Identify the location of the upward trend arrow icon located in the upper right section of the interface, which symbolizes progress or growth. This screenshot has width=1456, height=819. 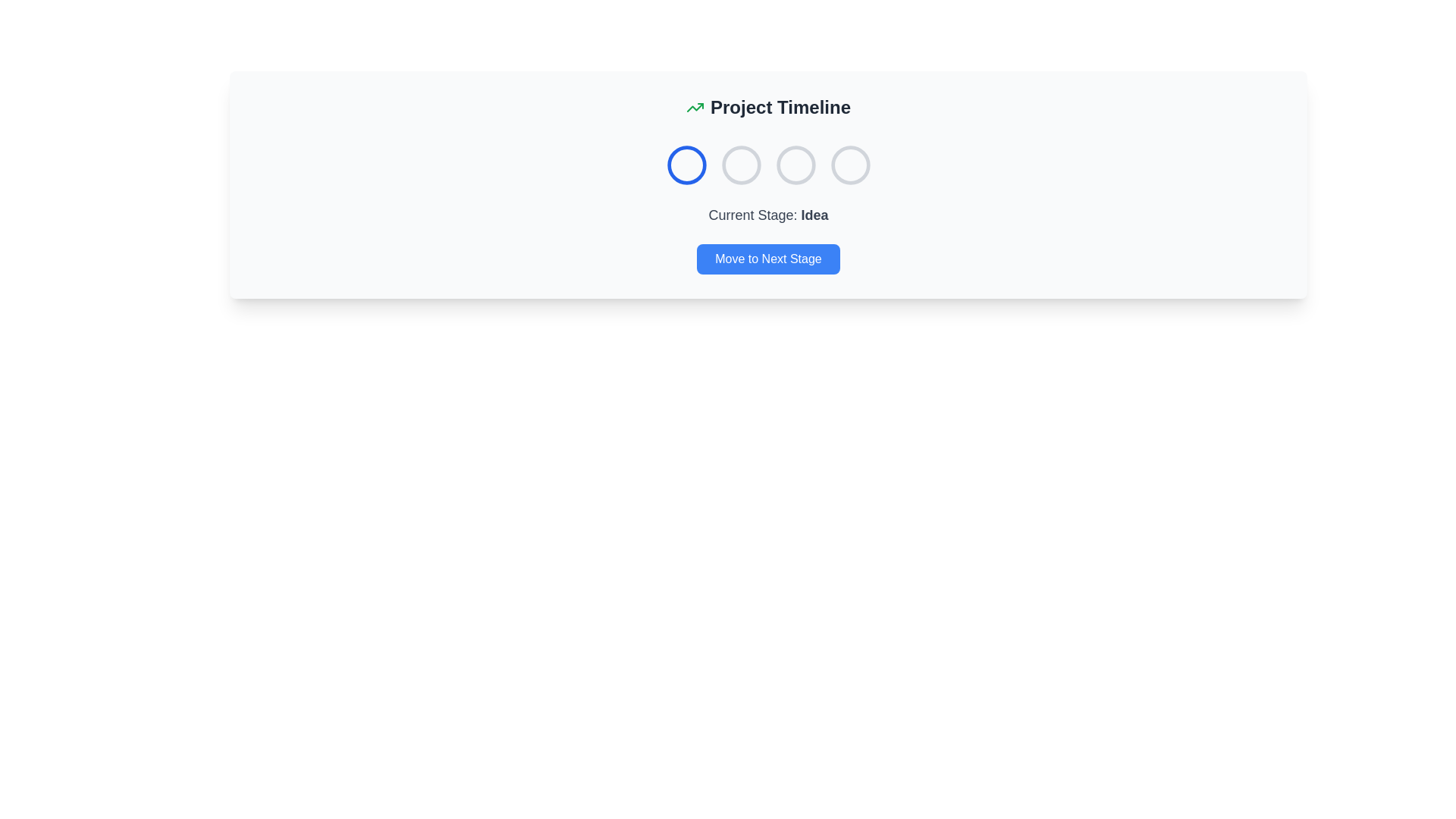
(694, 107).